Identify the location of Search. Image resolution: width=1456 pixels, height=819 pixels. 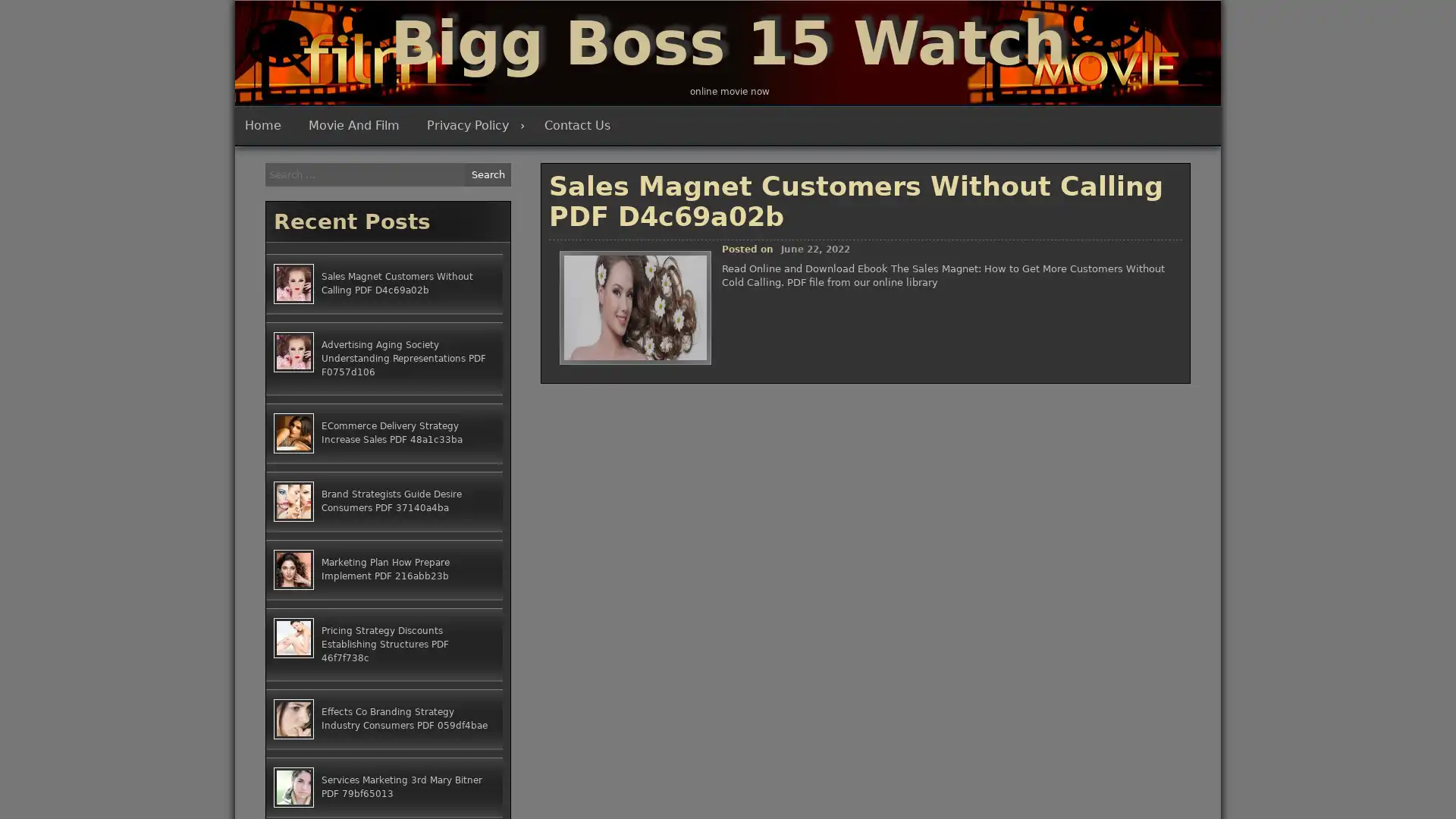
(488, 174).